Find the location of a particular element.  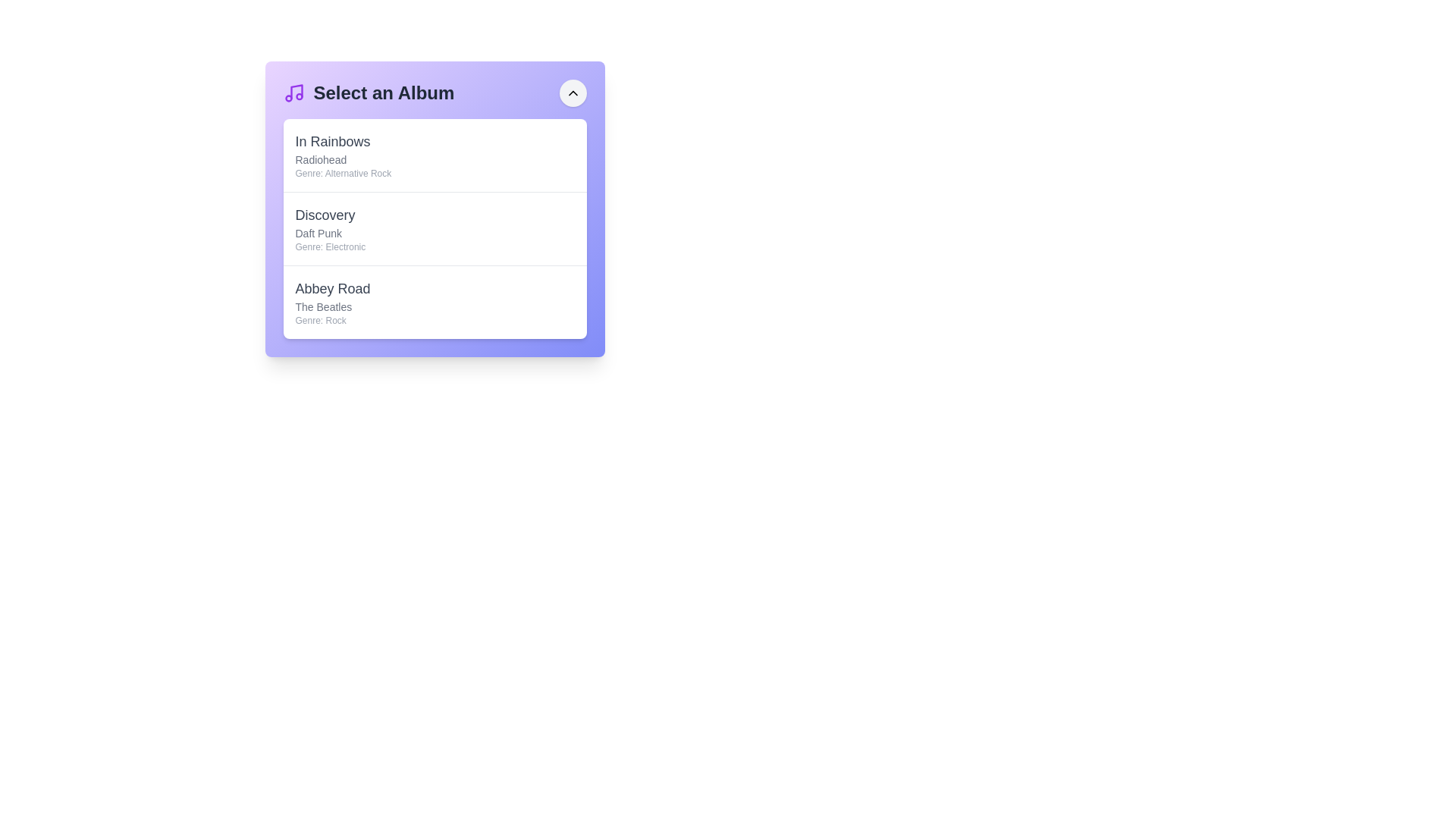

the Text Label displaying 'In Rainbows' in bold gray font, located in the top-left area of the interactive list box is located at coordinates (342, 141).